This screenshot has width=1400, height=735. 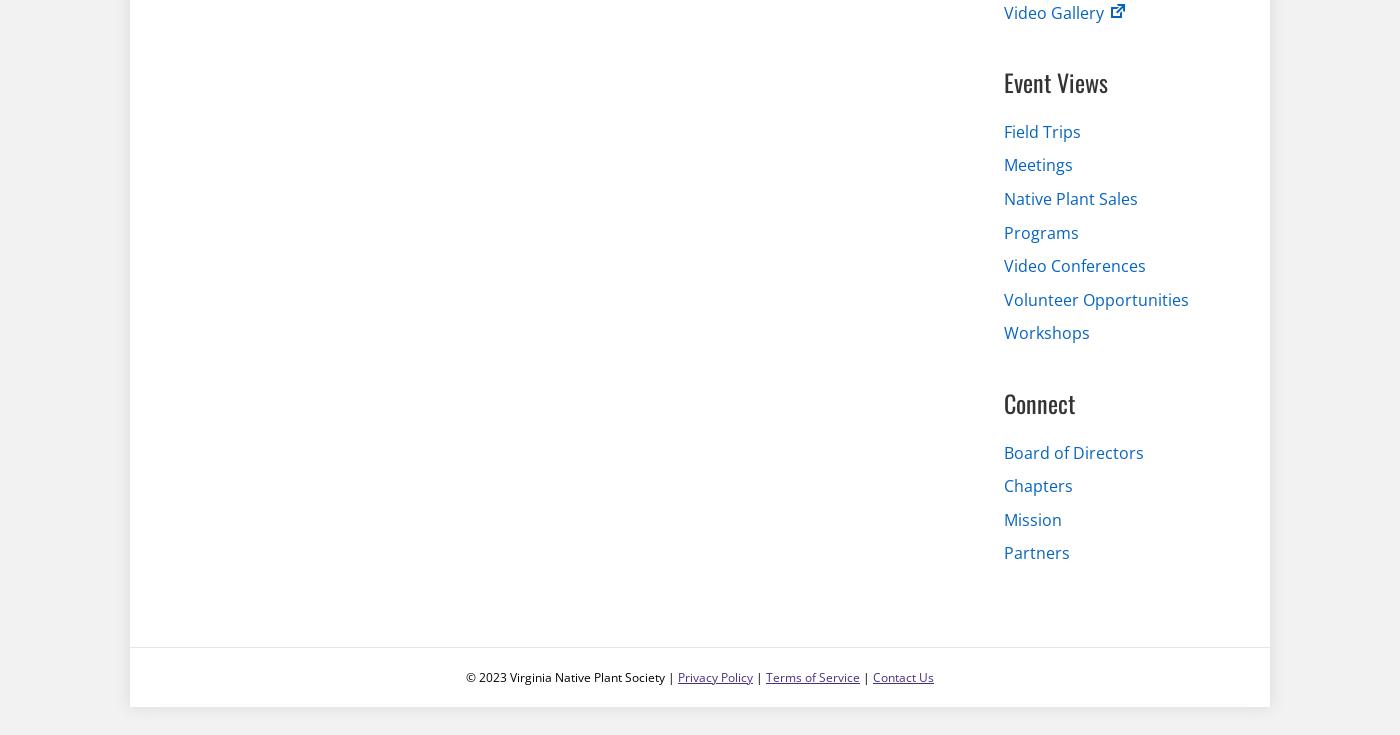 What do you see at coordinates (1041, 230) in the screenshot?
I see `'Programs'` at bounding box center [1041, 230].